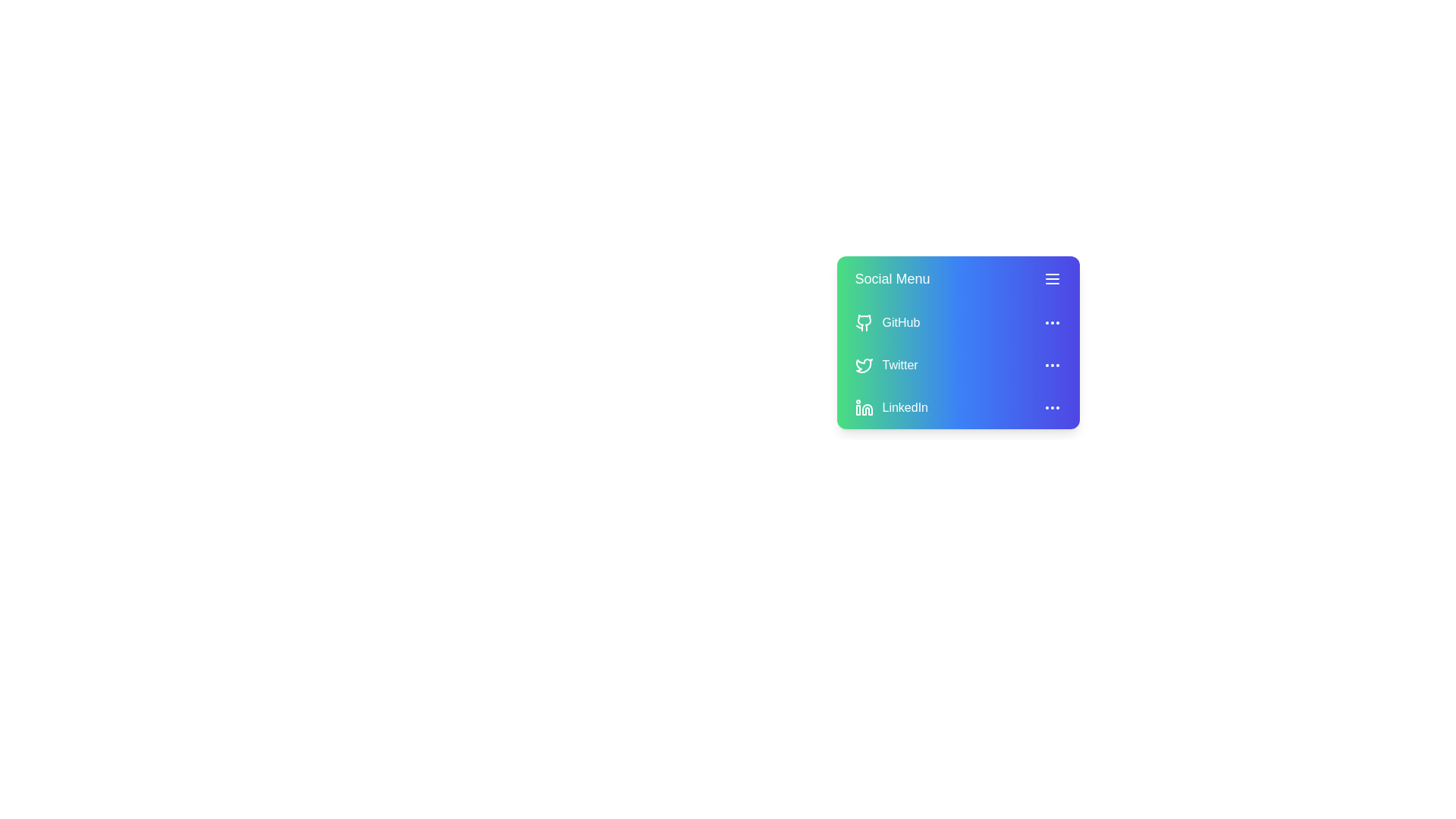 The image size is (1456, 819). What do you see at coordinates (1051, 366) in the screenshot?
I see `the '...' icon for the Twitter row` at bounding box center [1051, 366].